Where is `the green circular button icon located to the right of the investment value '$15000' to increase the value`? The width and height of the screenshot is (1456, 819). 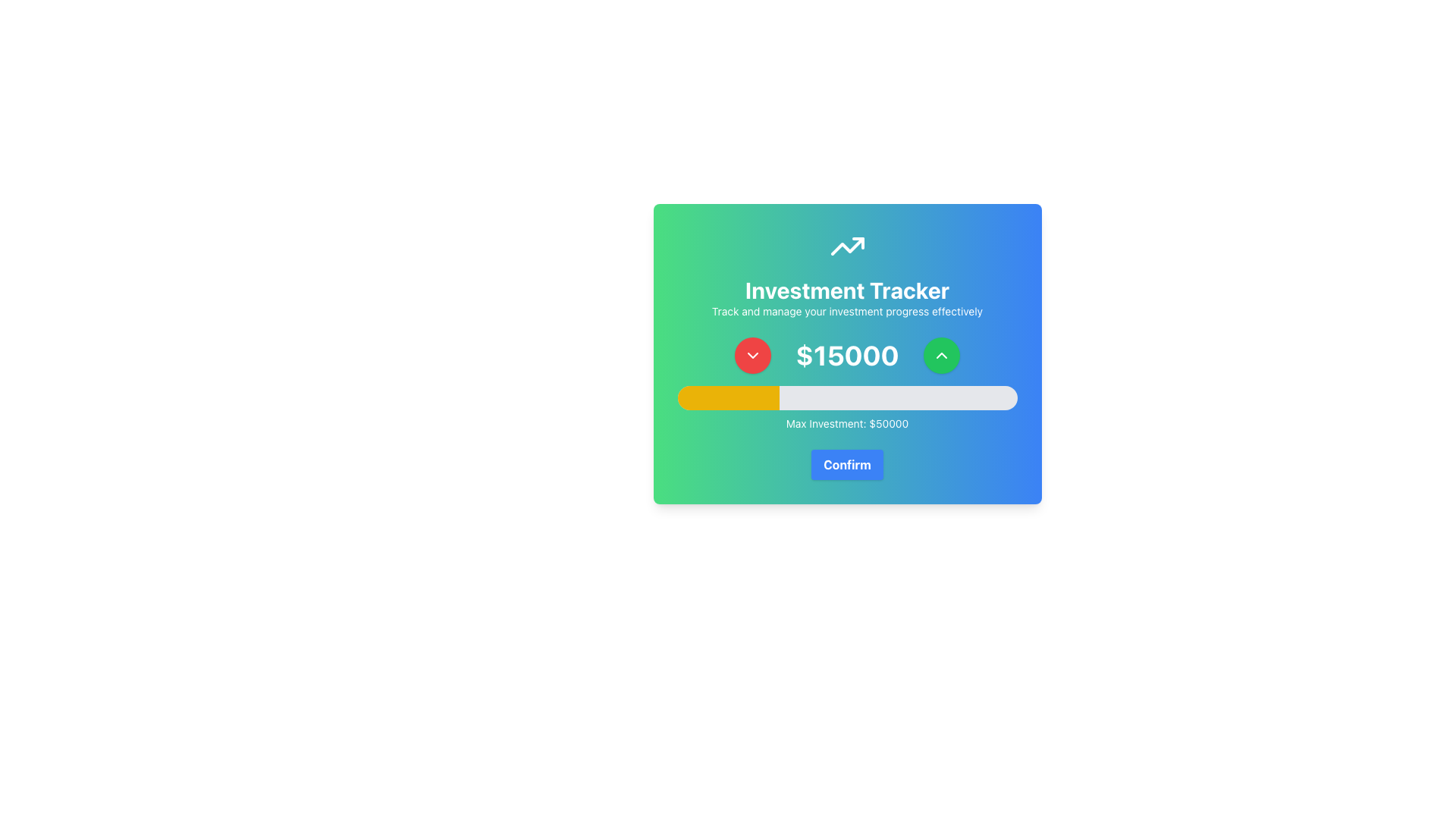 the green circular button icon located to the right of the investment value '$15000' to increase the value is located at coordinates (940, 356).